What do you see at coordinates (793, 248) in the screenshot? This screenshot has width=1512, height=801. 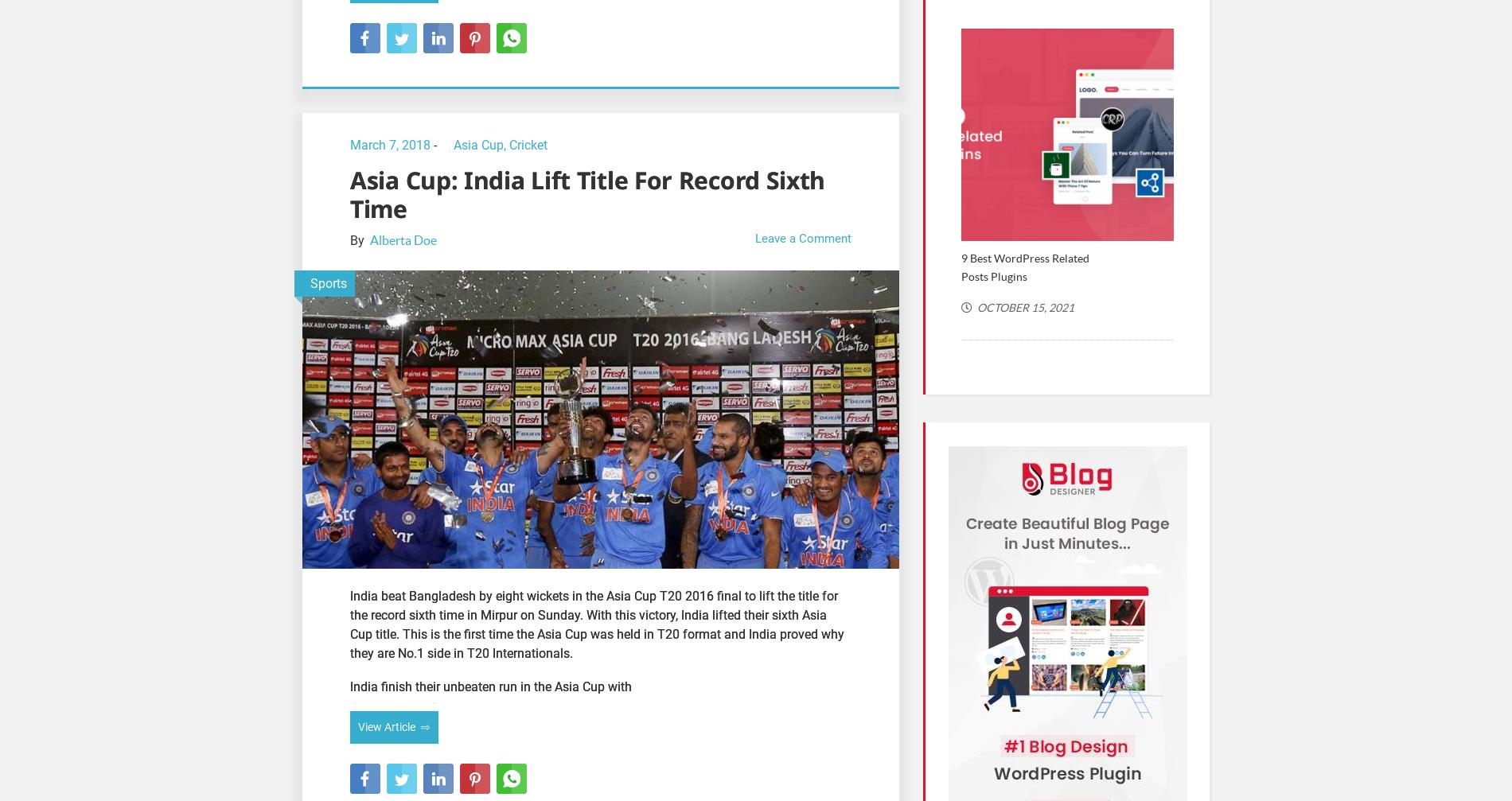 I see `'Cafe Architecture'` at bounding box center [793, 248].